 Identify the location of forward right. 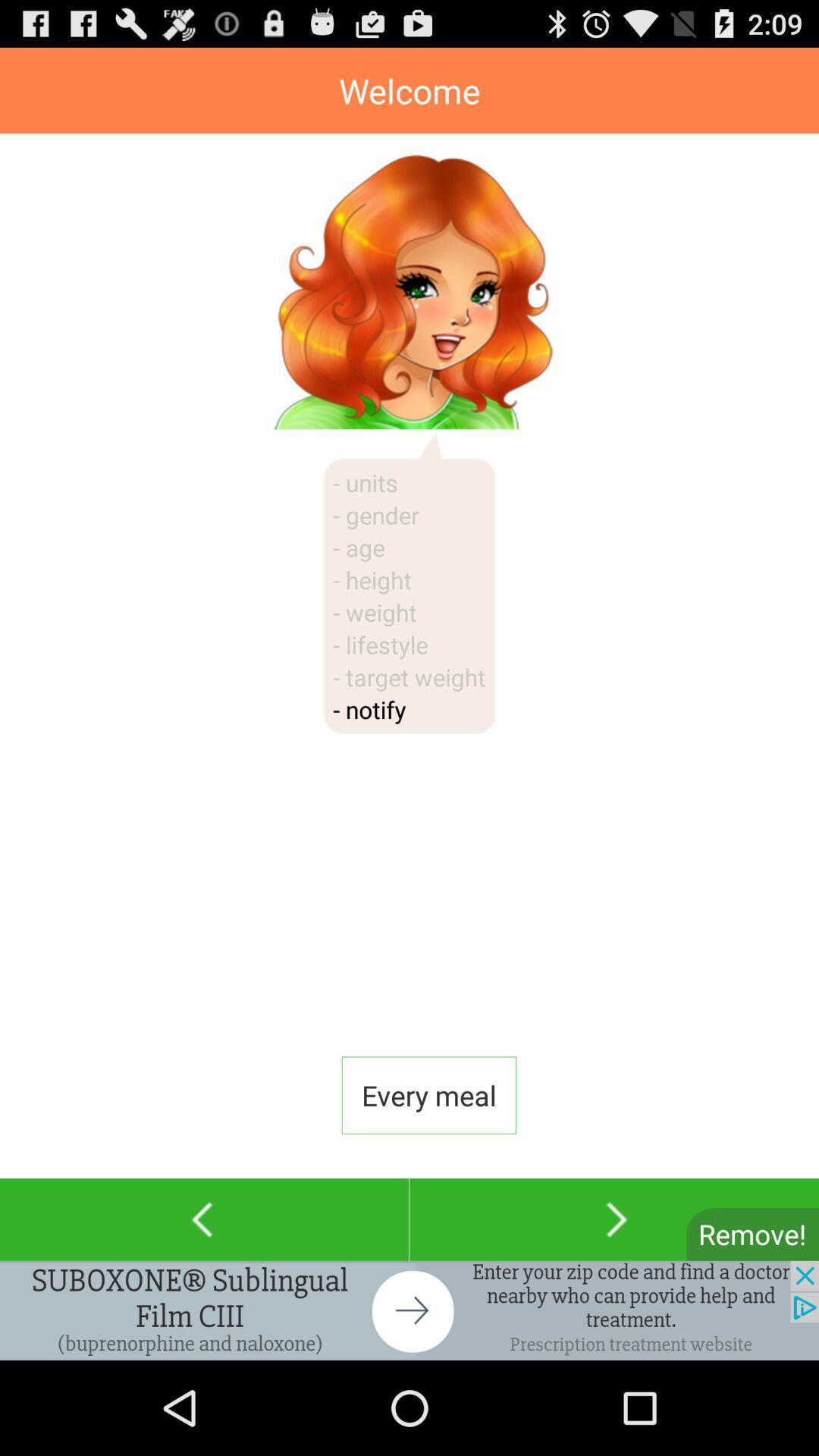
(614, 1219).